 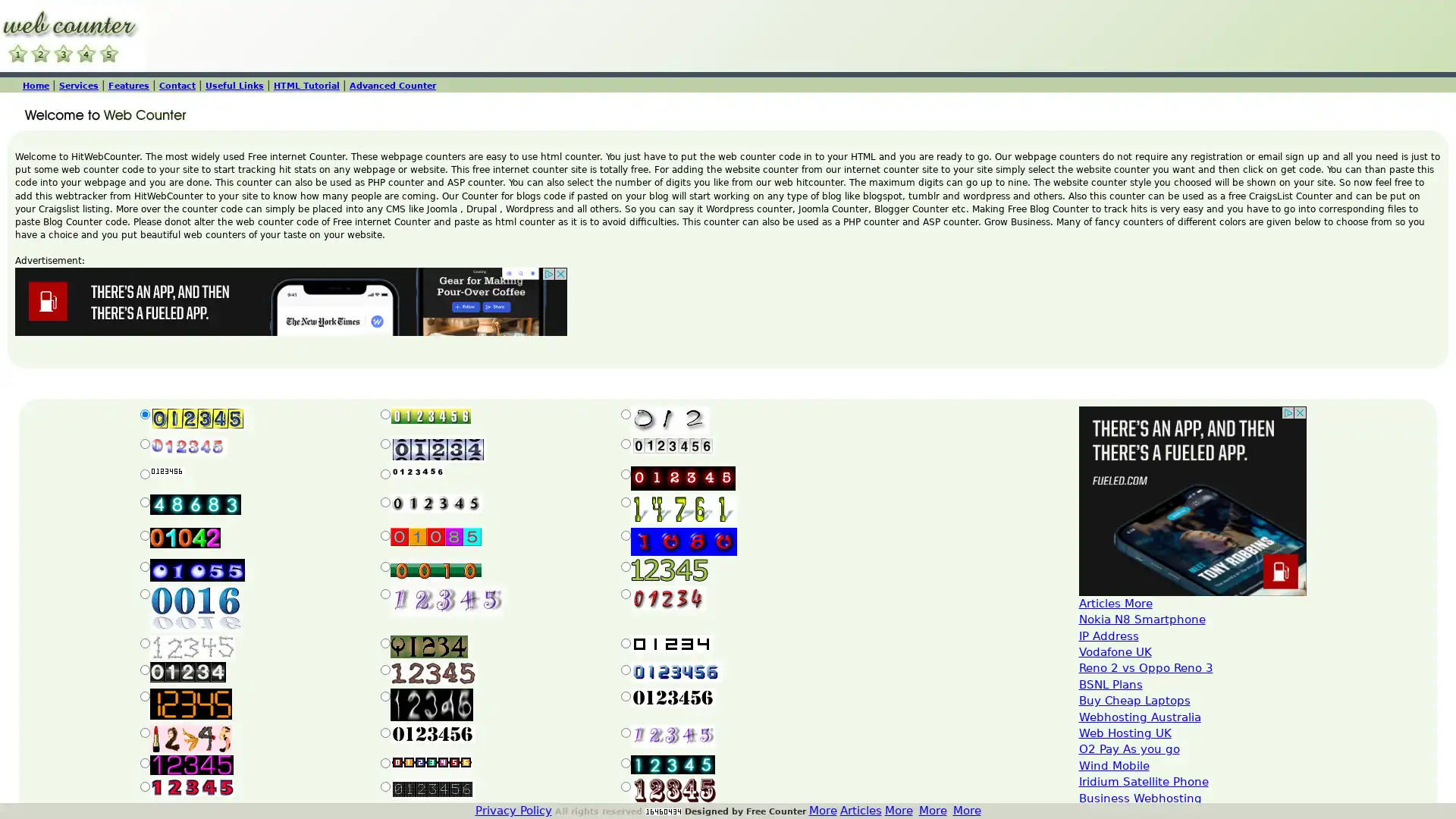 What do you see at coordinates (667, 596) in the screenshot?
I see `Submit` at bounding box center [667, 596].